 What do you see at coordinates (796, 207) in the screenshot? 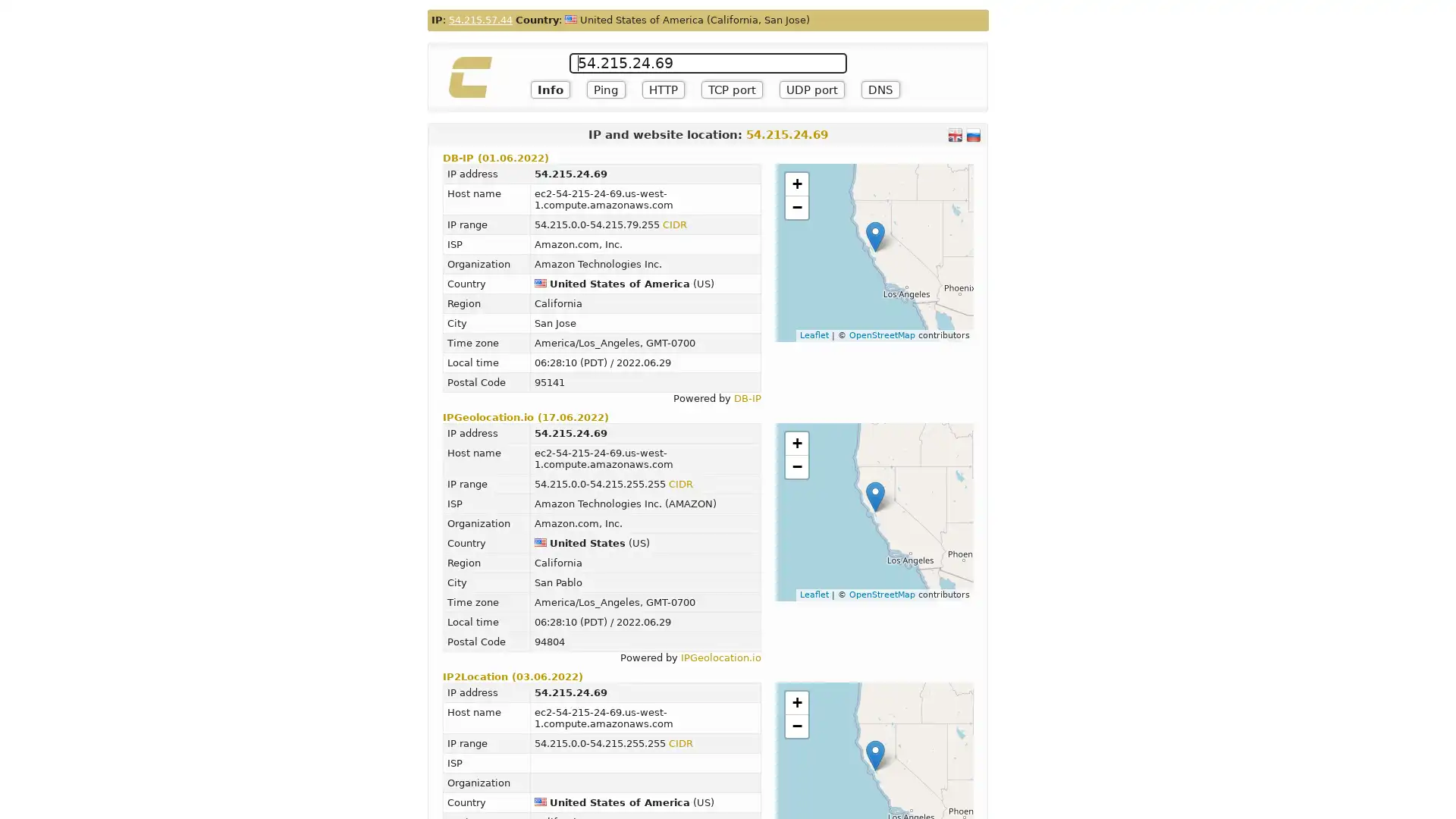
I see `Zoom out` at bounding box center [796, 207].